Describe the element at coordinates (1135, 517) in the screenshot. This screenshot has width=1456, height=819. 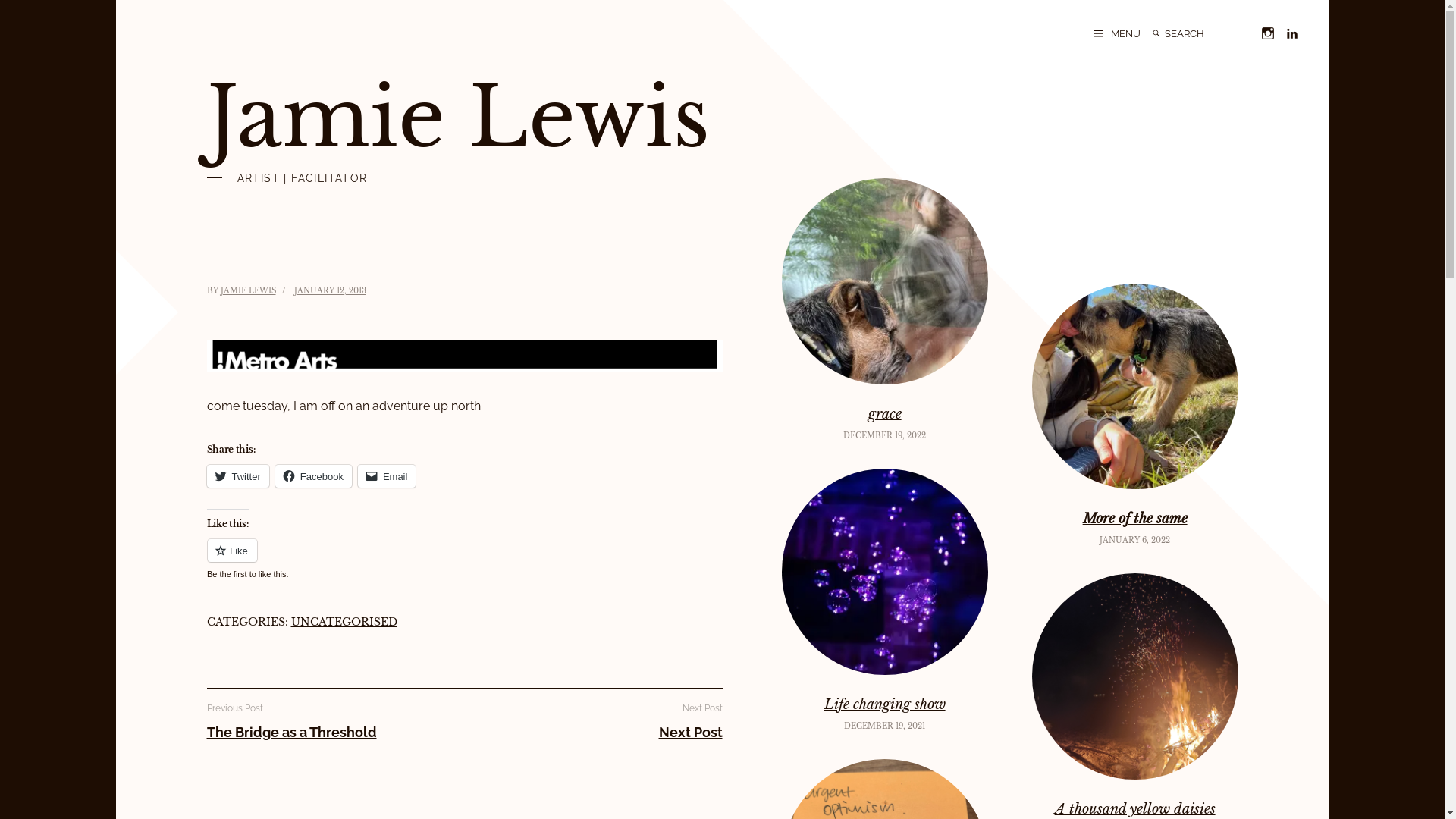
I see `'More of the same'` at that location.